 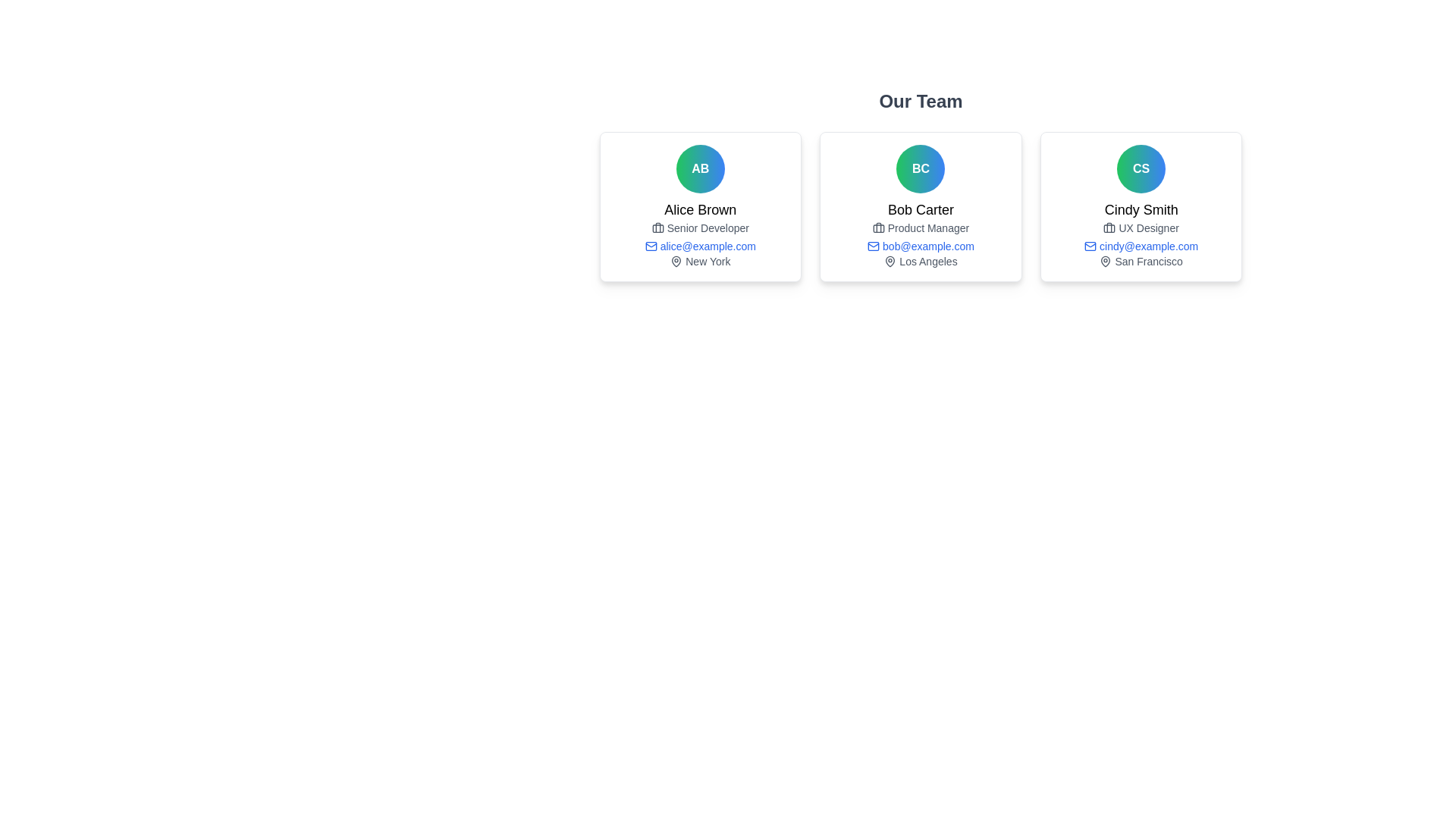 I want to click on the card containing the circular avatar with a green to blue gradient and the initials 'CS', followed by the bold text 'Cindy Smith'. This card is the third one from the left in the grid layout, so click(x=1141, y=207).